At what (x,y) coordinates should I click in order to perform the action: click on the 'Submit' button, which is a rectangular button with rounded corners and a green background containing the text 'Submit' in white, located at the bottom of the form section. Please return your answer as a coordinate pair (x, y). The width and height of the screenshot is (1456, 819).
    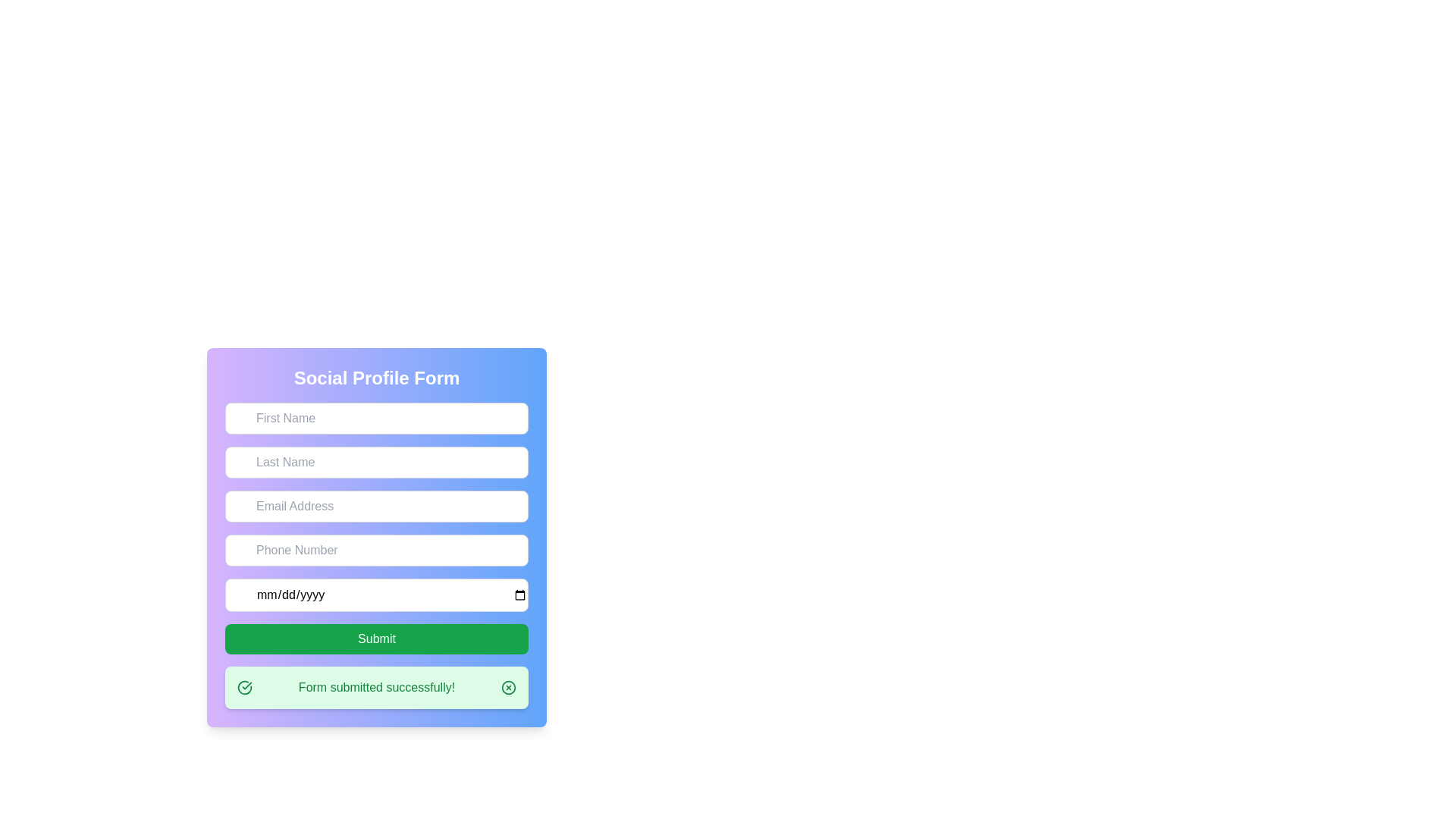
    Looking at the image, I should click on (377, 639).